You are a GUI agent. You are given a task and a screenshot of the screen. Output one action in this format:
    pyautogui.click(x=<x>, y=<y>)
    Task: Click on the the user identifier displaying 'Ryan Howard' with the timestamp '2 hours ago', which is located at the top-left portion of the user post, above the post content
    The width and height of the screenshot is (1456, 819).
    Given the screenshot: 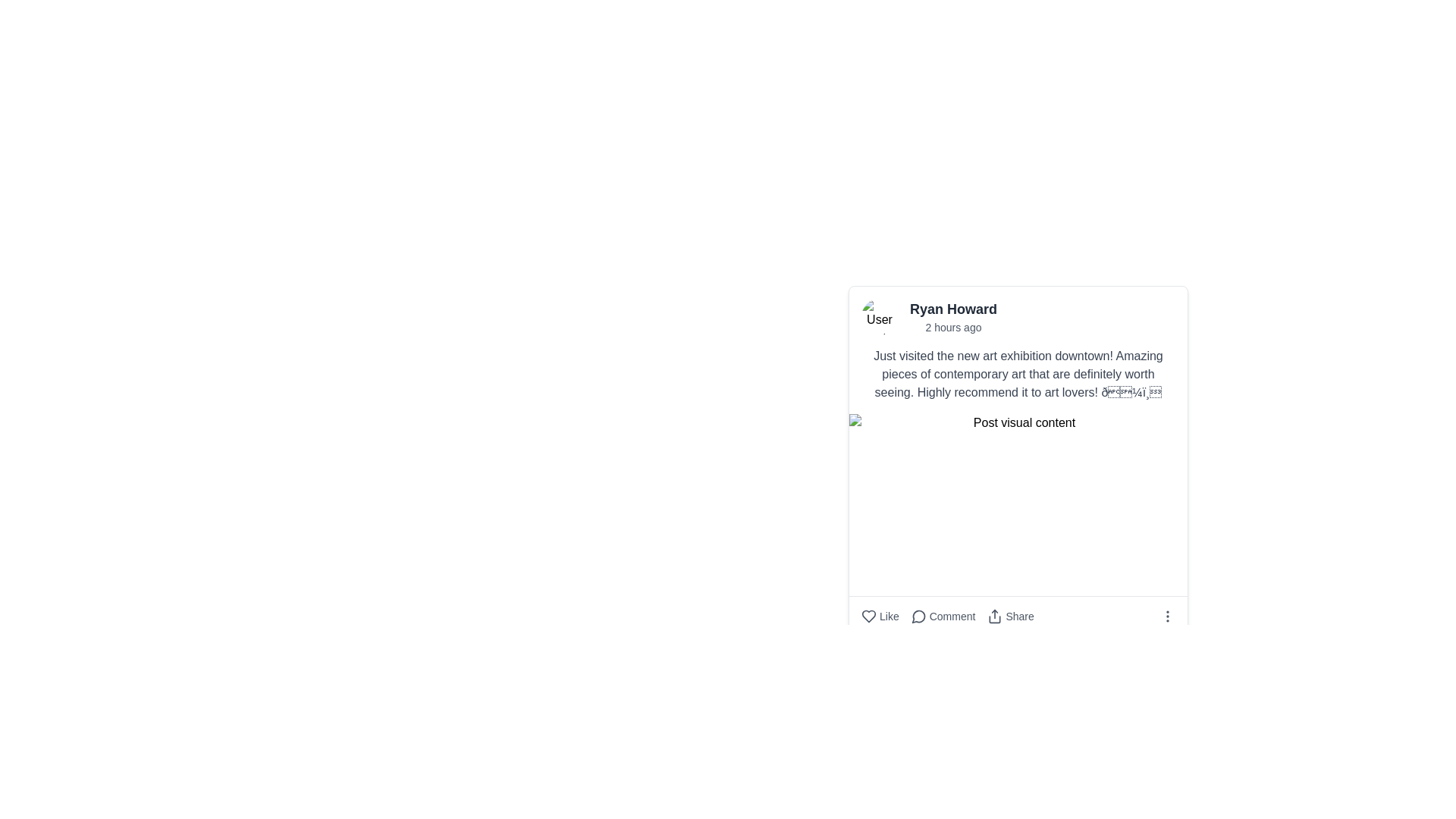 What is the action you would take?
    pyautogui.click(x=1018, y=315)
    